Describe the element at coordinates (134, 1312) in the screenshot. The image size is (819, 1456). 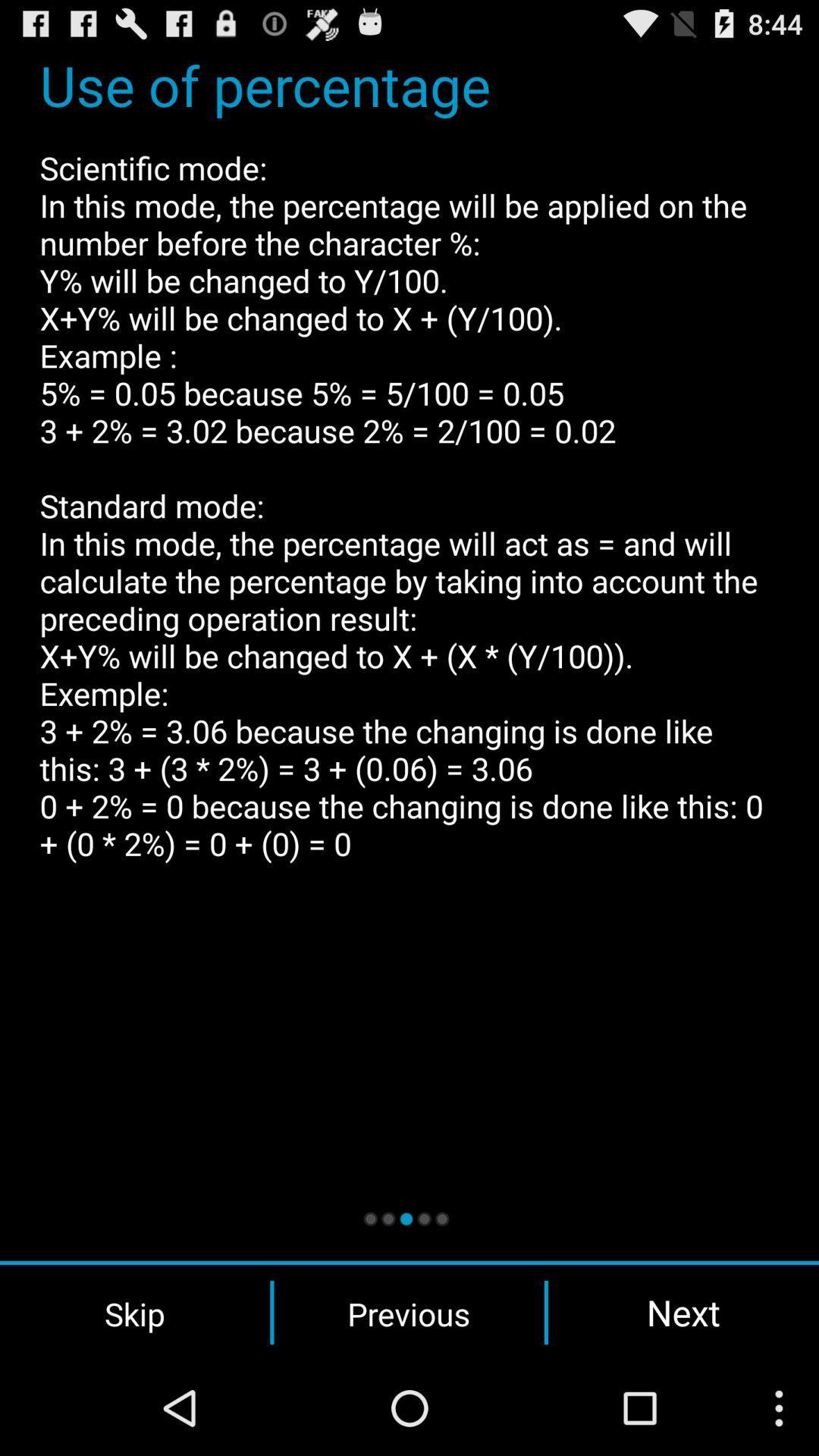
I see `the skip item` at that location.